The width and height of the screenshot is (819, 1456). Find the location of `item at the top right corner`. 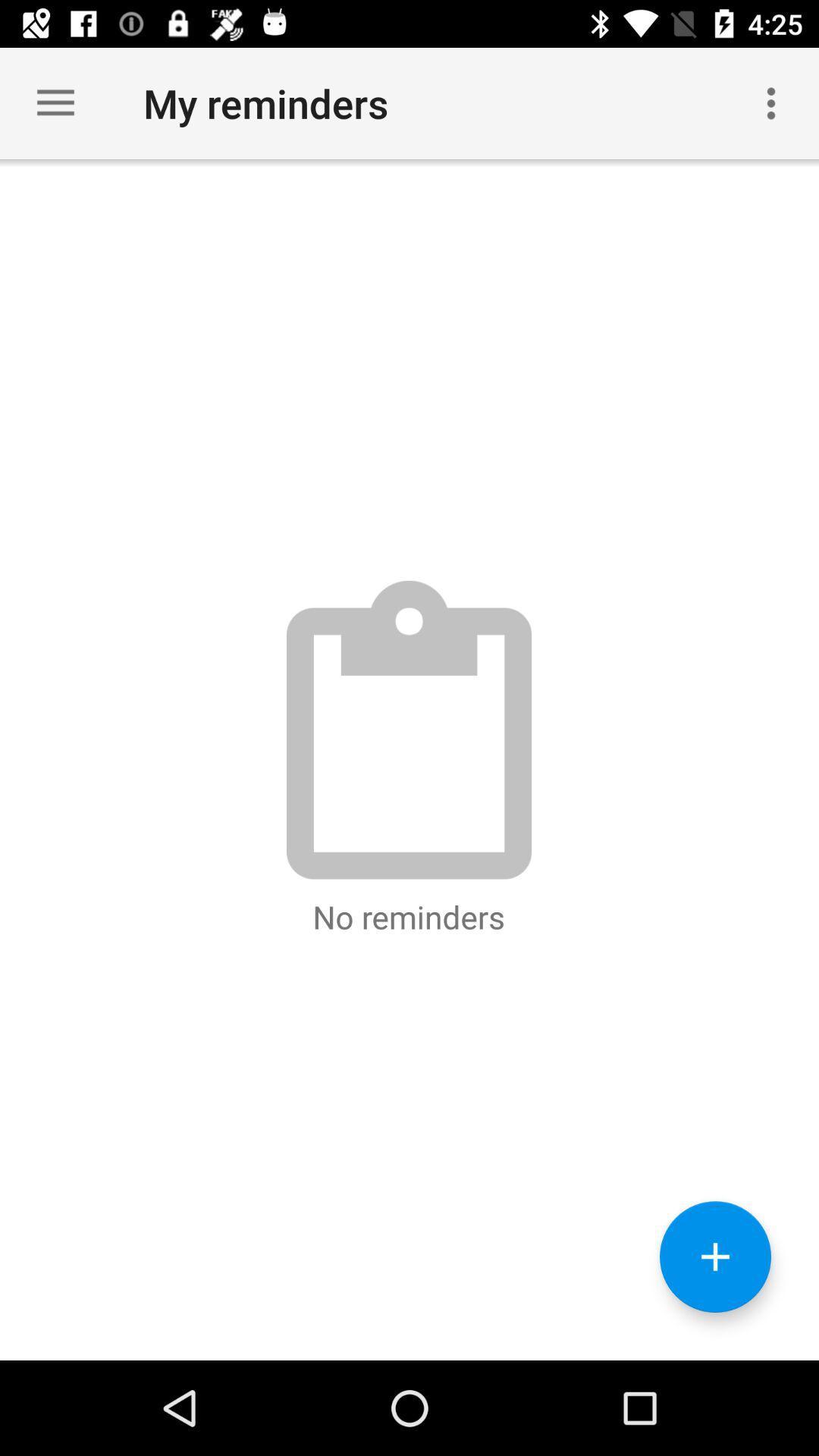

item at the top right corner is located at coordinates (771, 102).